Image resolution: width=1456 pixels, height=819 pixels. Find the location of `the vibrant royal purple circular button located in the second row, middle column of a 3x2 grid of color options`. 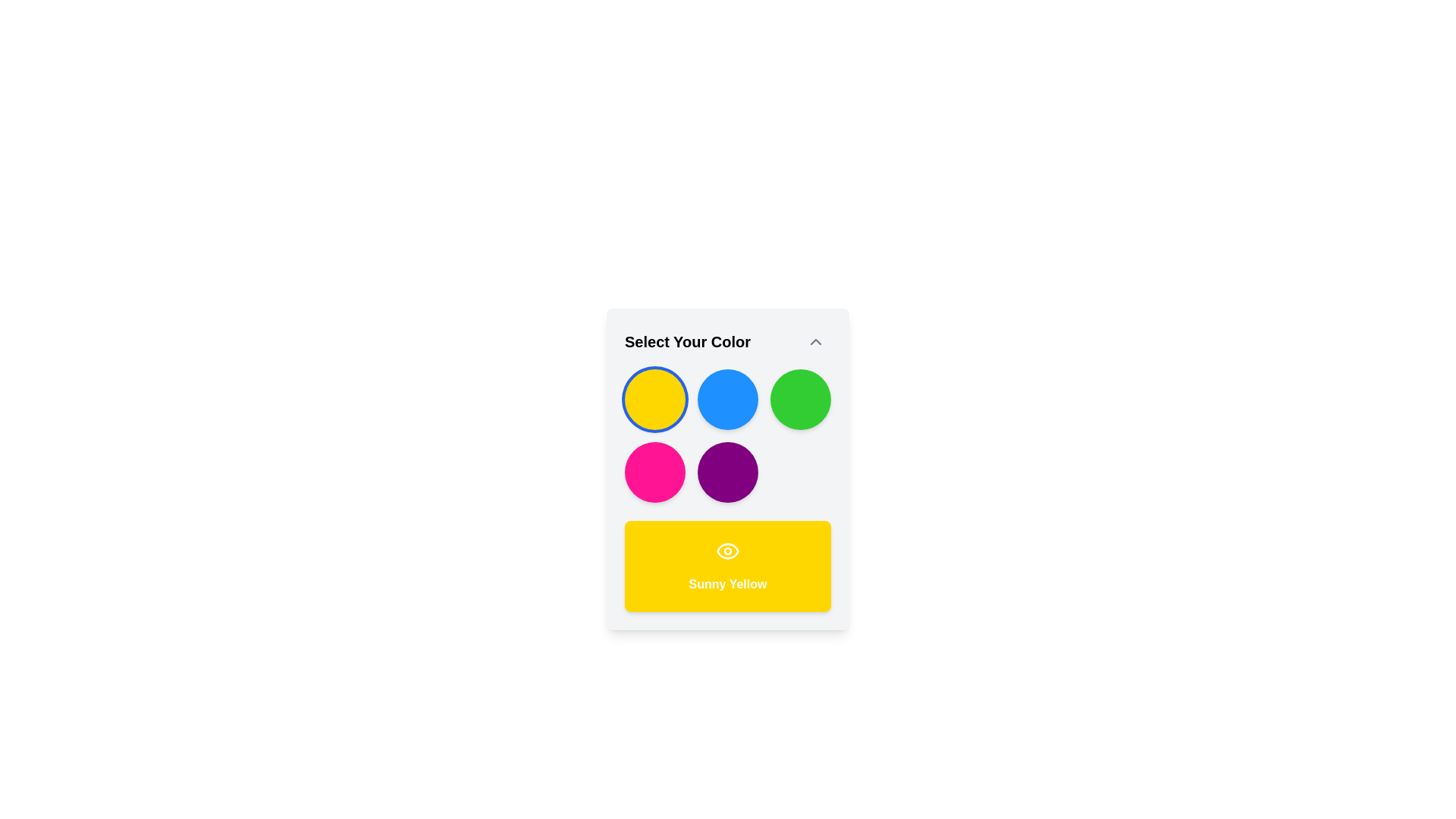

the vibrant royal purple circular button located in the second row, middle column of a 3x2 grid of color options is located at coordinates (728, 472).